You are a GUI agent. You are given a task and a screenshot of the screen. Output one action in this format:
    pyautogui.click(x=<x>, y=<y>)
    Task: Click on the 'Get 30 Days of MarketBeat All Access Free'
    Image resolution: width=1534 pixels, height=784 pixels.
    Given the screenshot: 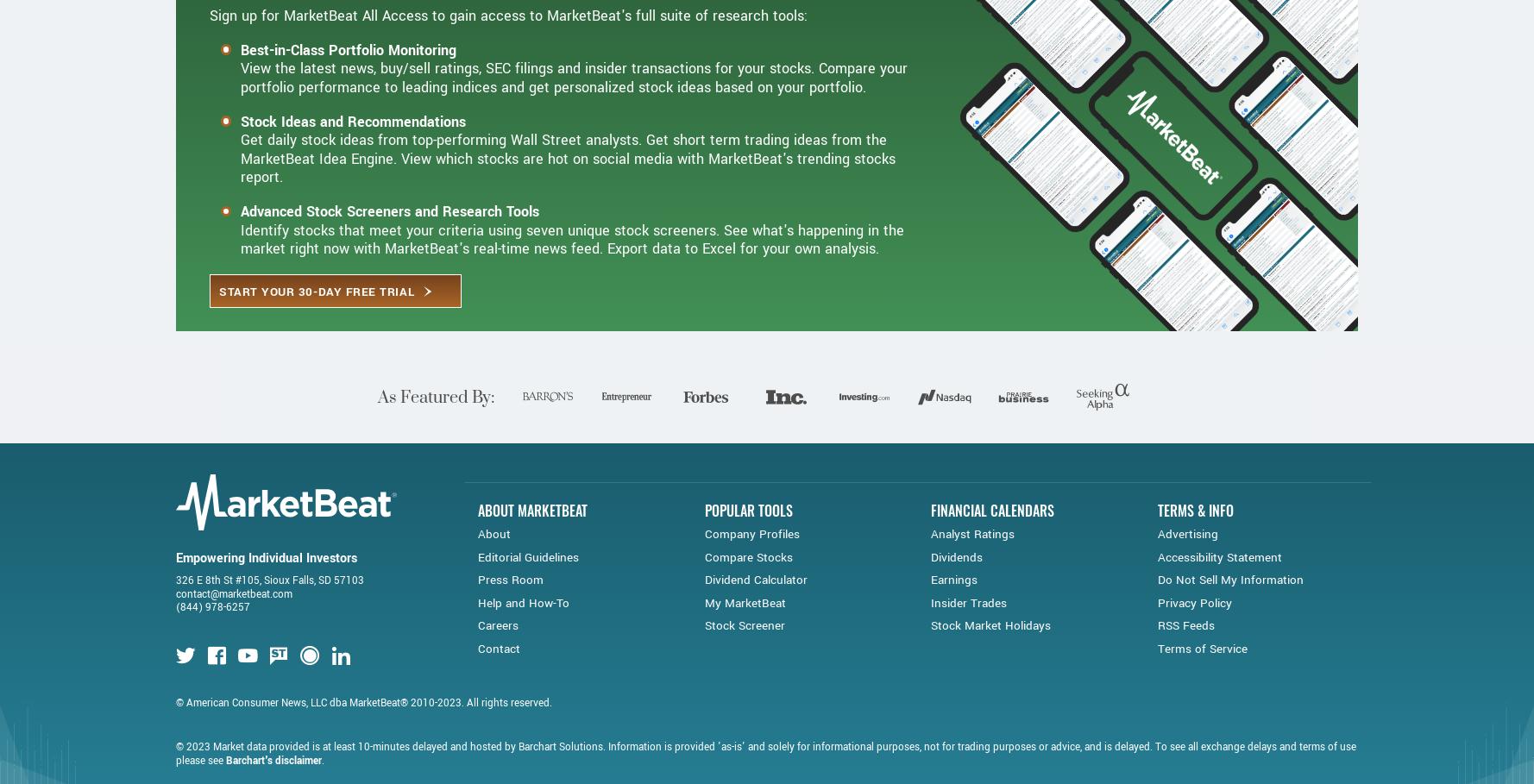 What is the action you would take?
    pyautogui.click(x=471, y=48)
    